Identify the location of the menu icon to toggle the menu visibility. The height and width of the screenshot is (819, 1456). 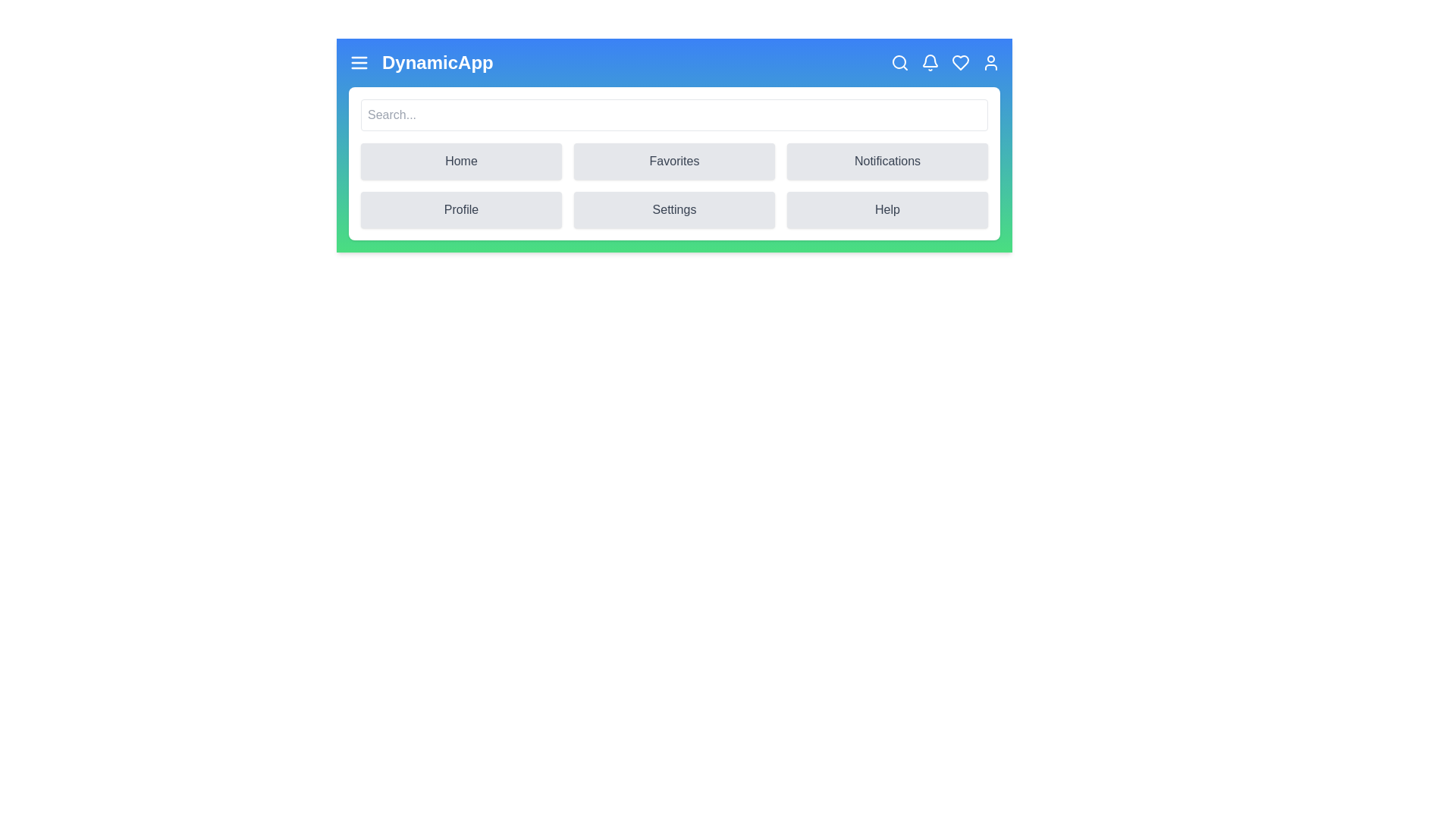
(359, 62).